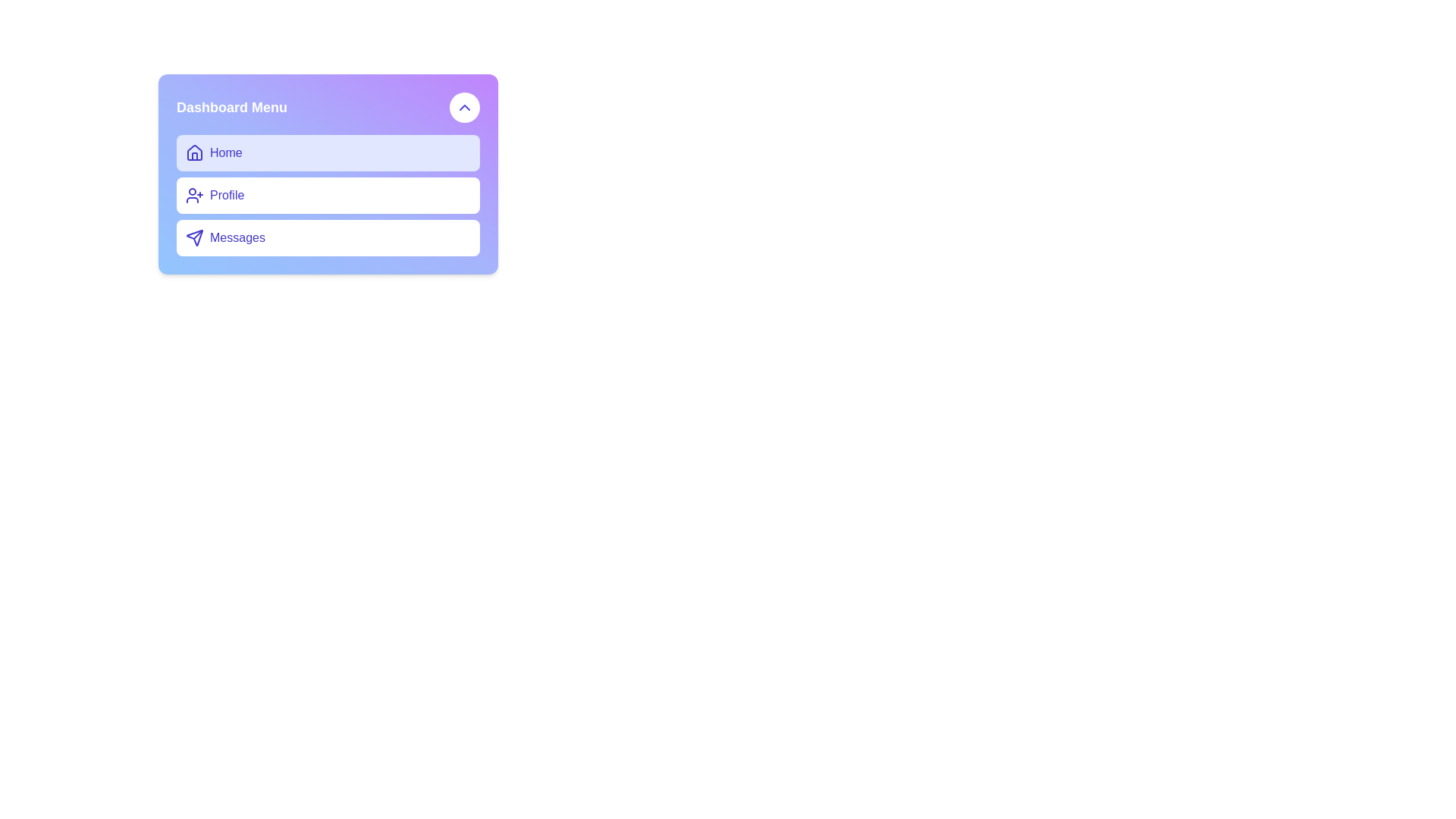 Image resolution: width=1456 pixels, height=819 pixels. What do you see at coordinates (327, 152) in the screenshot?
I see `the 'Home' button in the 'Dashboard Menu', which is the first item in the vertical list of menu options` at bounding box center [327, 152].